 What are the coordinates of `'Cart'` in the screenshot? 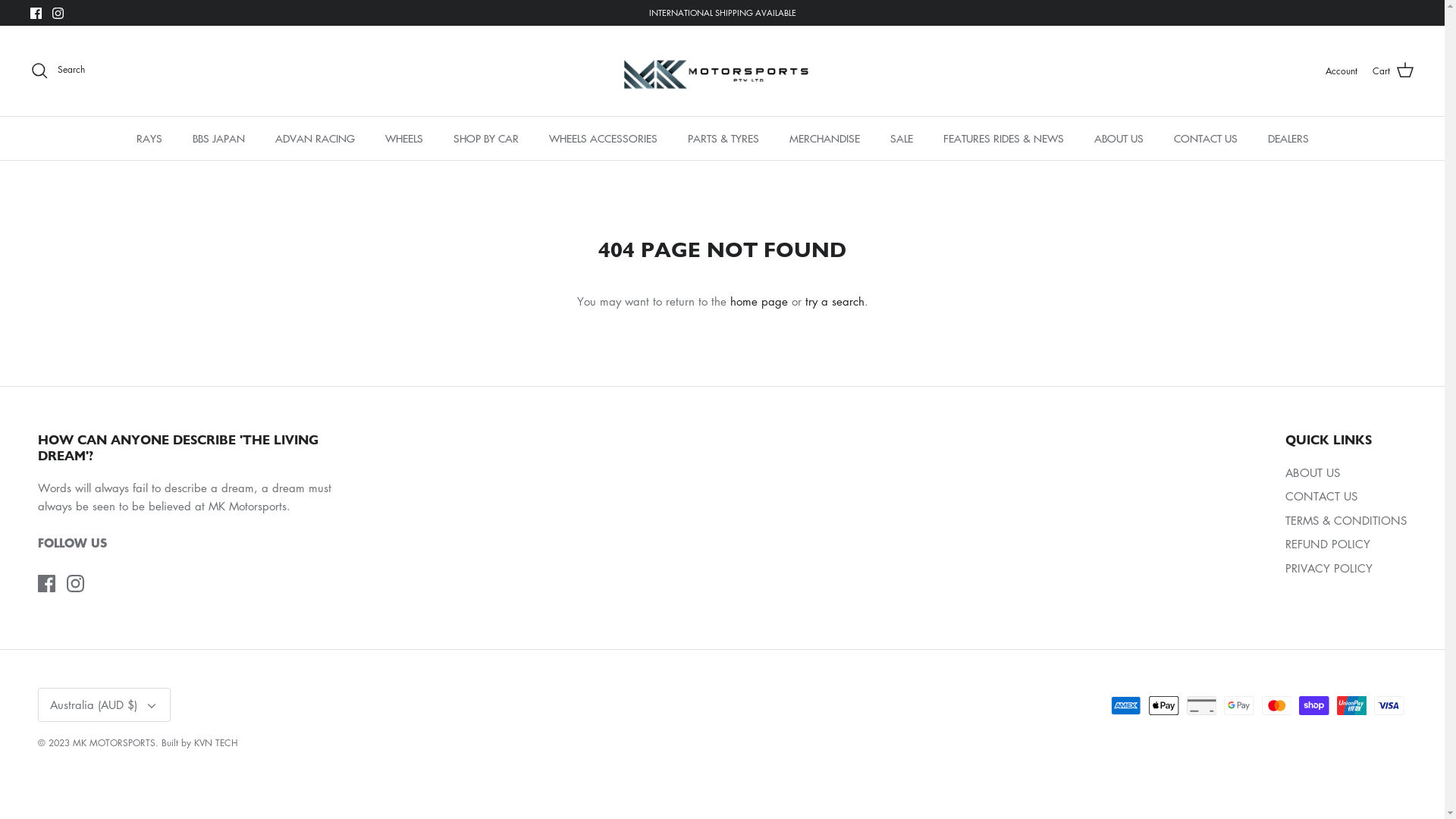 It's located at (1393, 70).